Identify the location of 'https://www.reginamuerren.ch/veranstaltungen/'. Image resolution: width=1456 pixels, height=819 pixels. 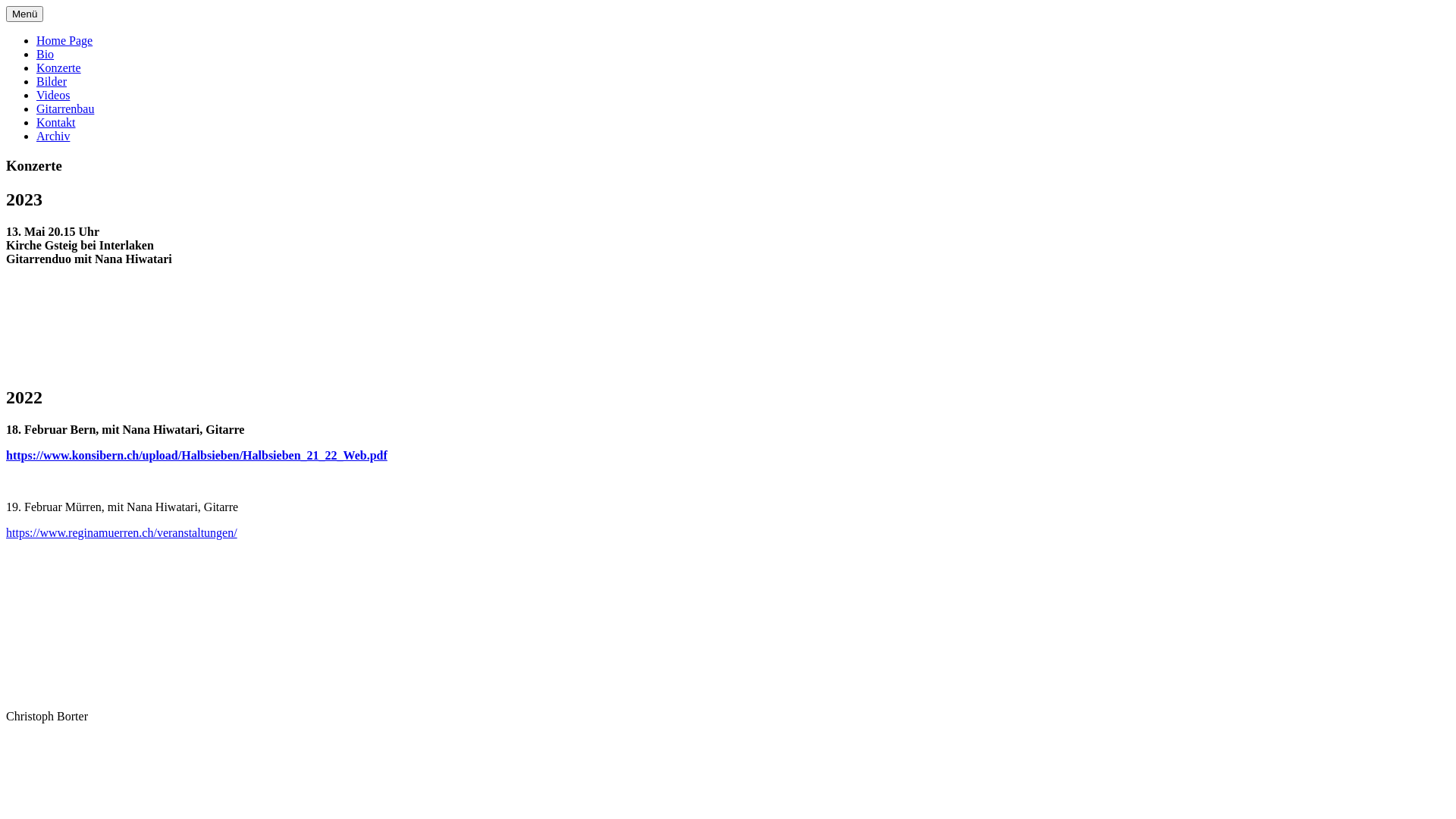
(121, 532).